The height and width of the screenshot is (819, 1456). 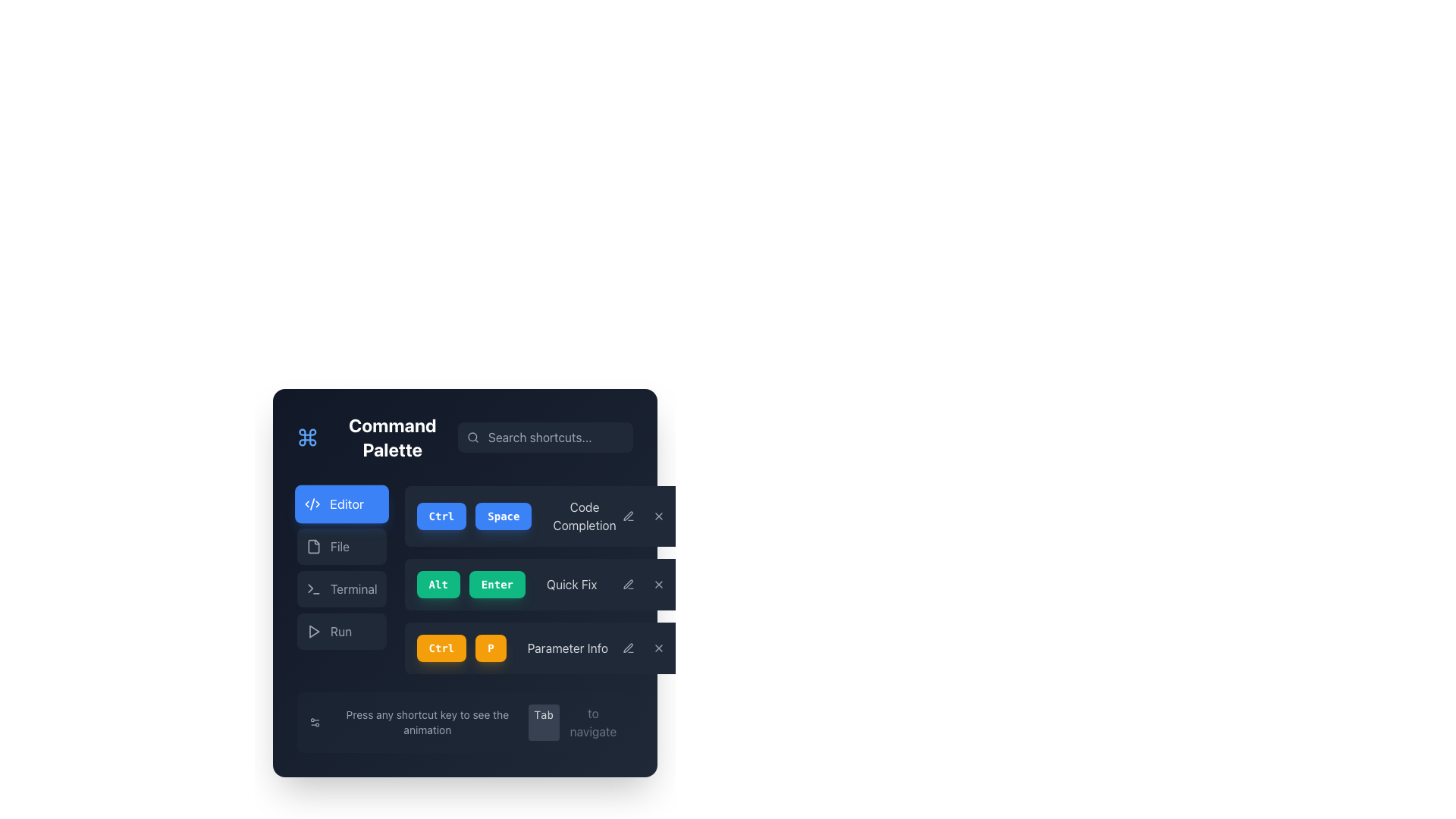 I want to click on text information from the 'shortcut list' UI component located in the 'Command Palette' interface, which features vibrant buttons indicating shortcut keys and their associated commands, so click(x=544, y=579).